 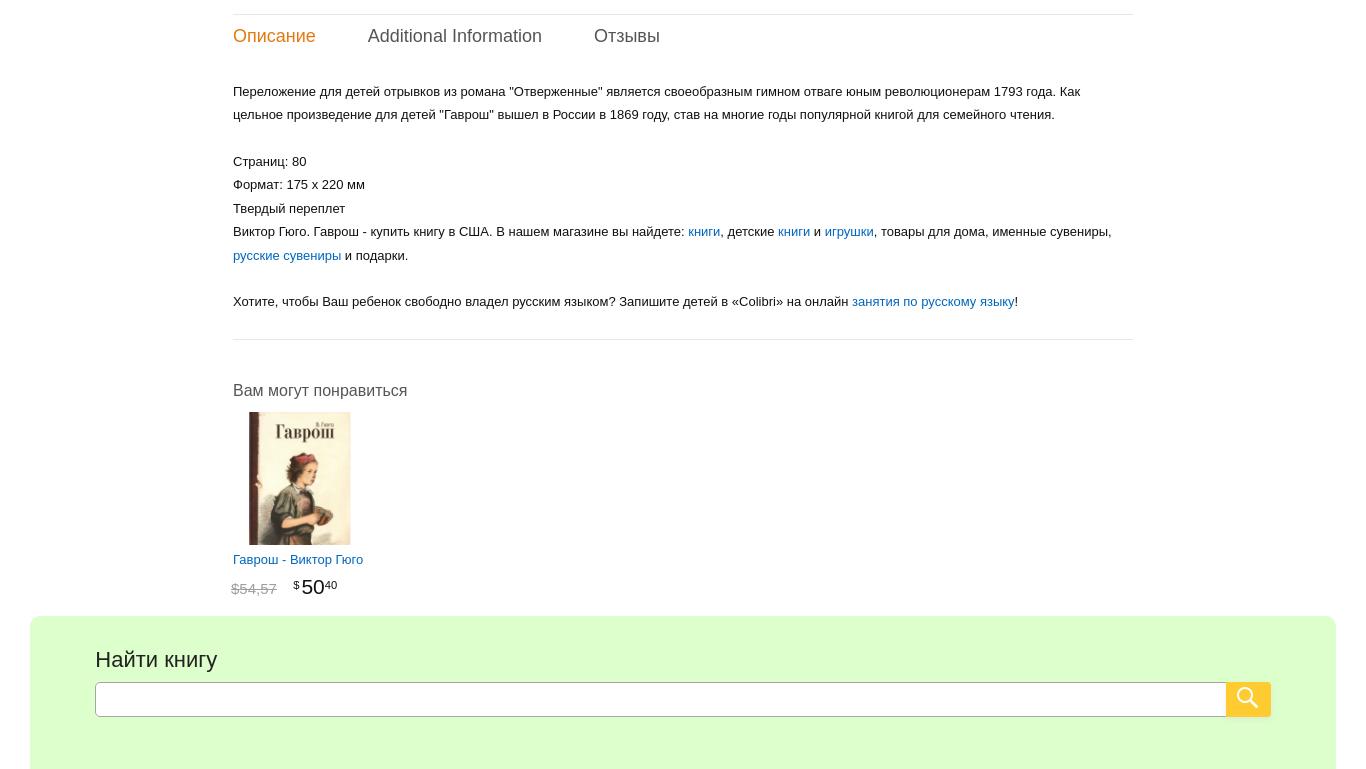 I want to click on 'Хотите, чтобы Ваш ребенок свободно владел русским языком?
Запишите детей в «Colibri» на онлайн', so click(x=542, y=300).